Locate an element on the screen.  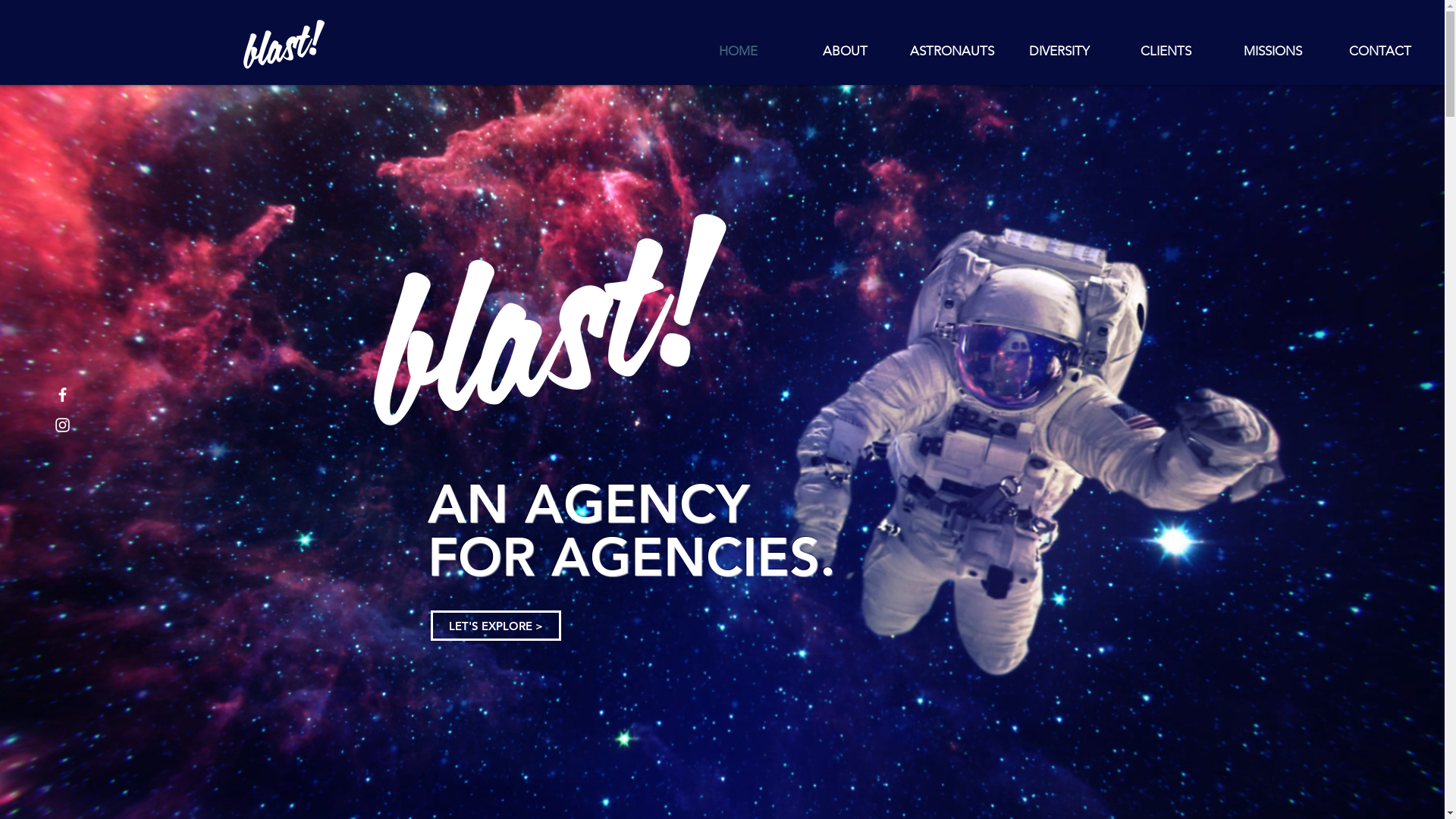
'LET'S EXPLORE >' is located at coordinates (495, 626).